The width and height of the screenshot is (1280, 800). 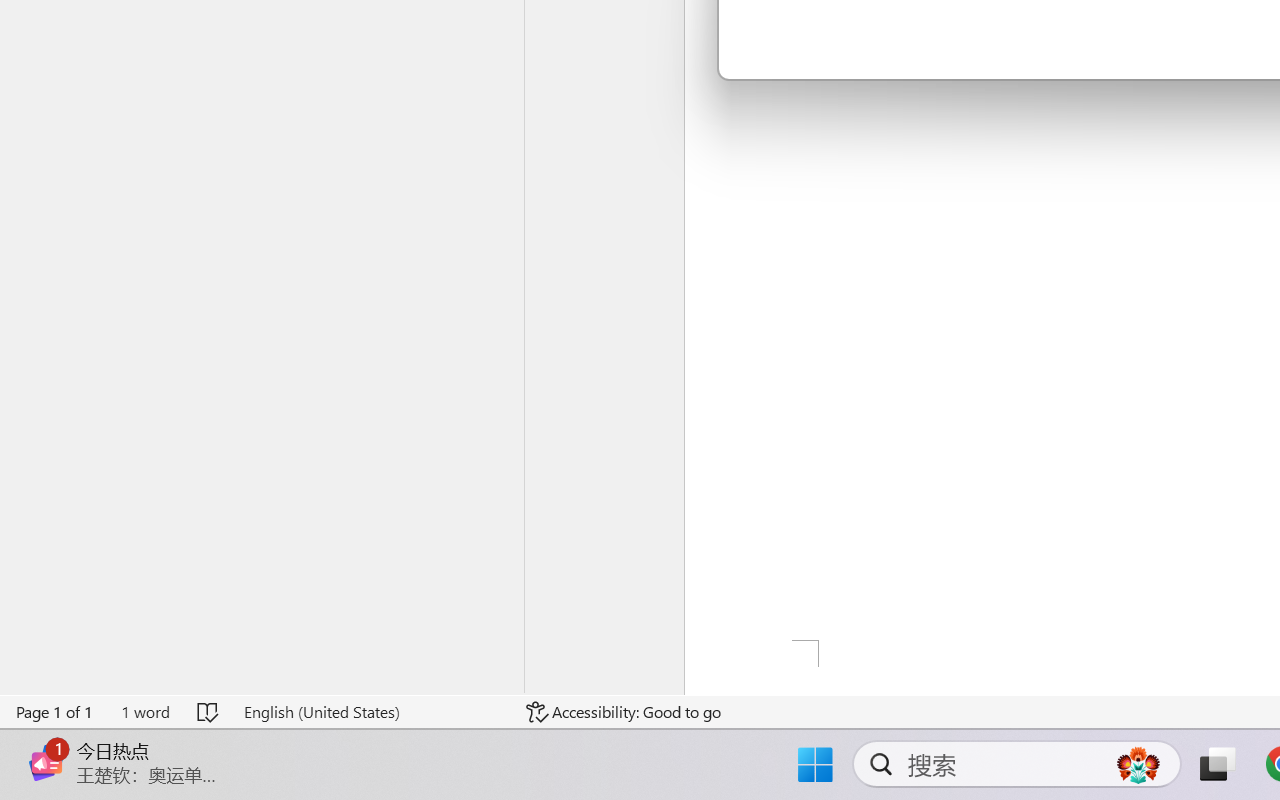 I want to click on 'AutomationID: BadgeAnchorLargeTicker', so click(x=46, y=743).